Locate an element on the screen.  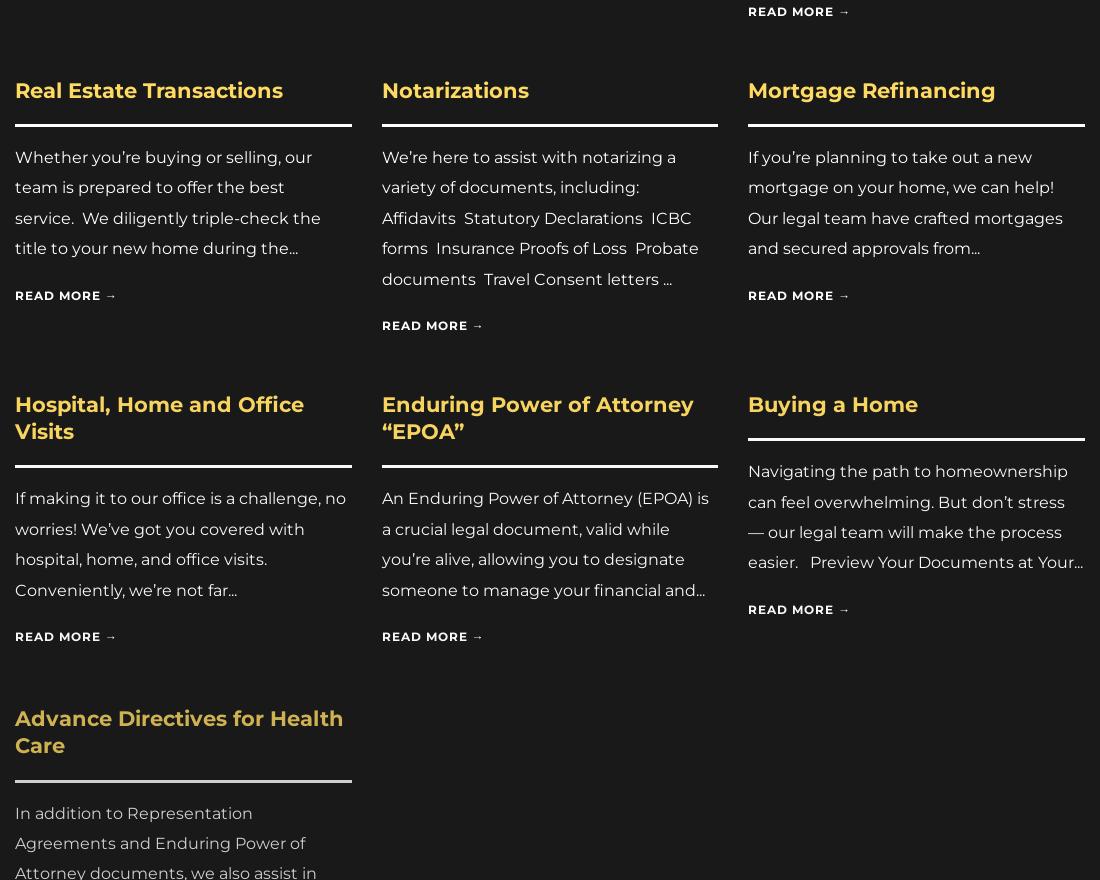
'Navigating the path to homeownership can feel overwhelming. But don’t stress — our legal team will make the process easier.   Preview Your Documents at Your...' is located at coordinates (915, 515).